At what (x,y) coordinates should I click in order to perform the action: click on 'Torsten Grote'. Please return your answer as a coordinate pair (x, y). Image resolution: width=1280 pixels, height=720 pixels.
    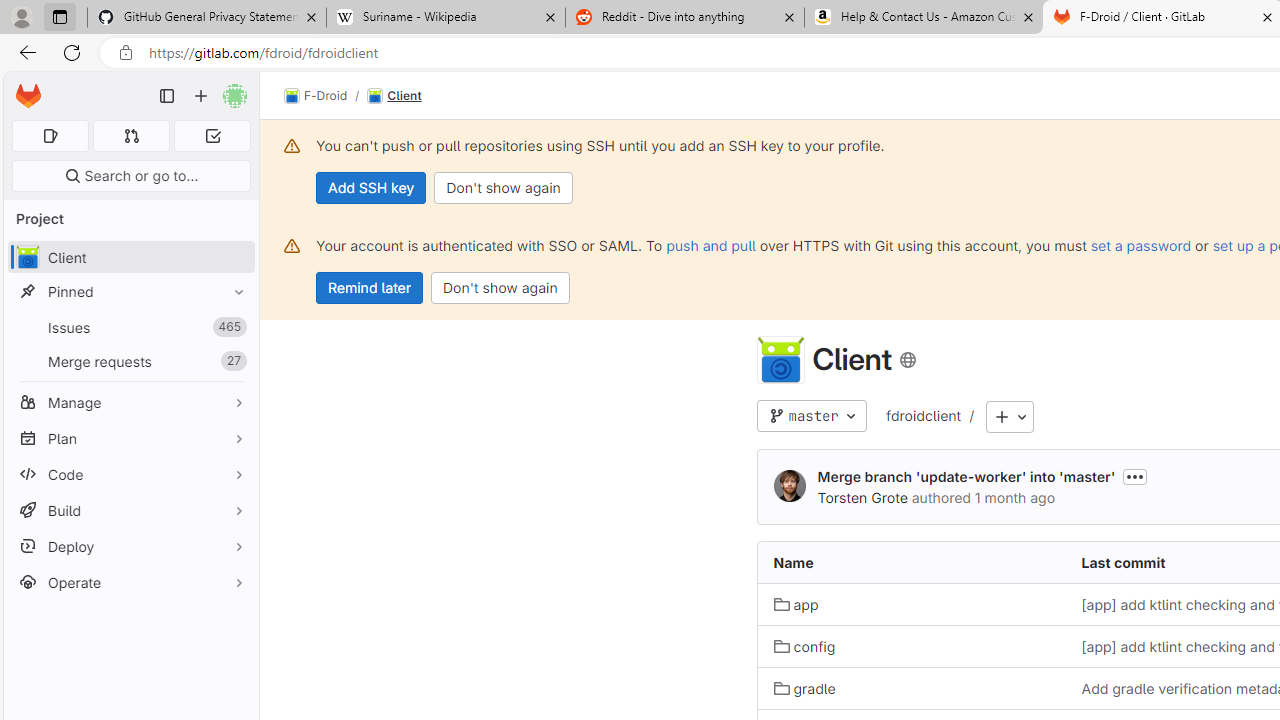
    Looking at the image, I should click on (862, 496).